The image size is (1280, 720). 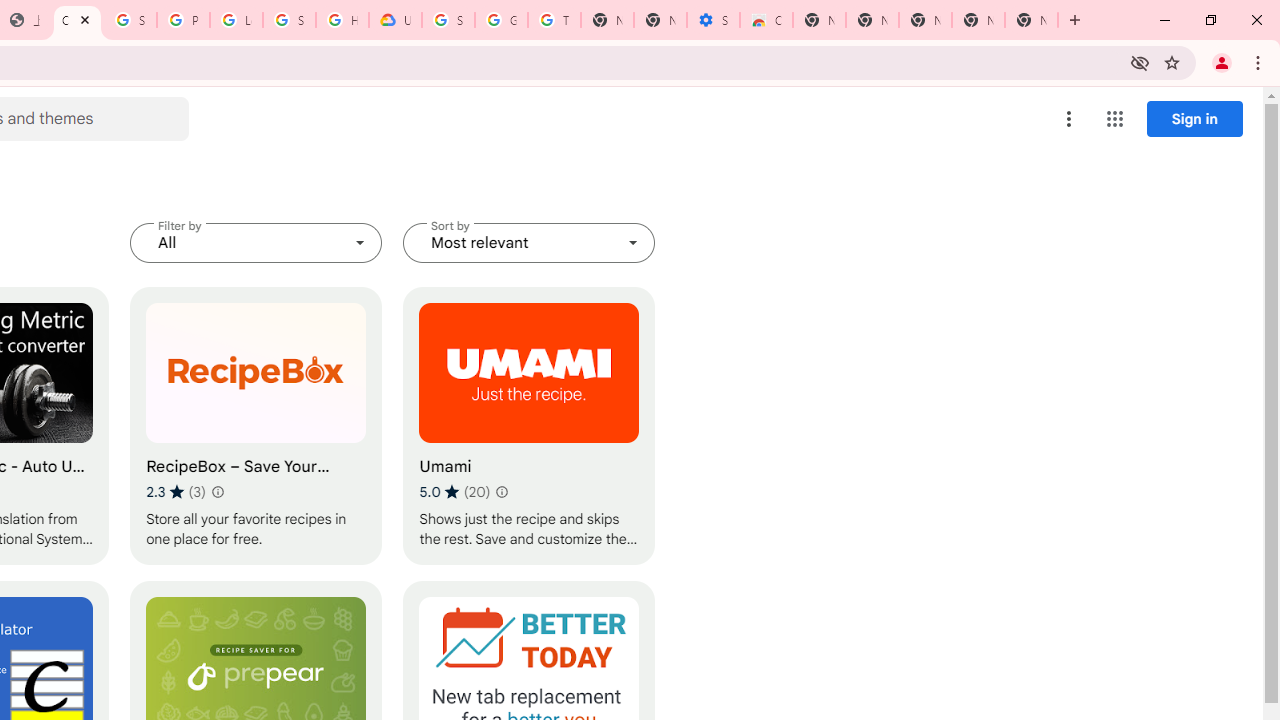 What do you see at coordinates (529, 242) in the screenshot?
I see `'Sort by Most relevant'` at bounding box center [529, 242].